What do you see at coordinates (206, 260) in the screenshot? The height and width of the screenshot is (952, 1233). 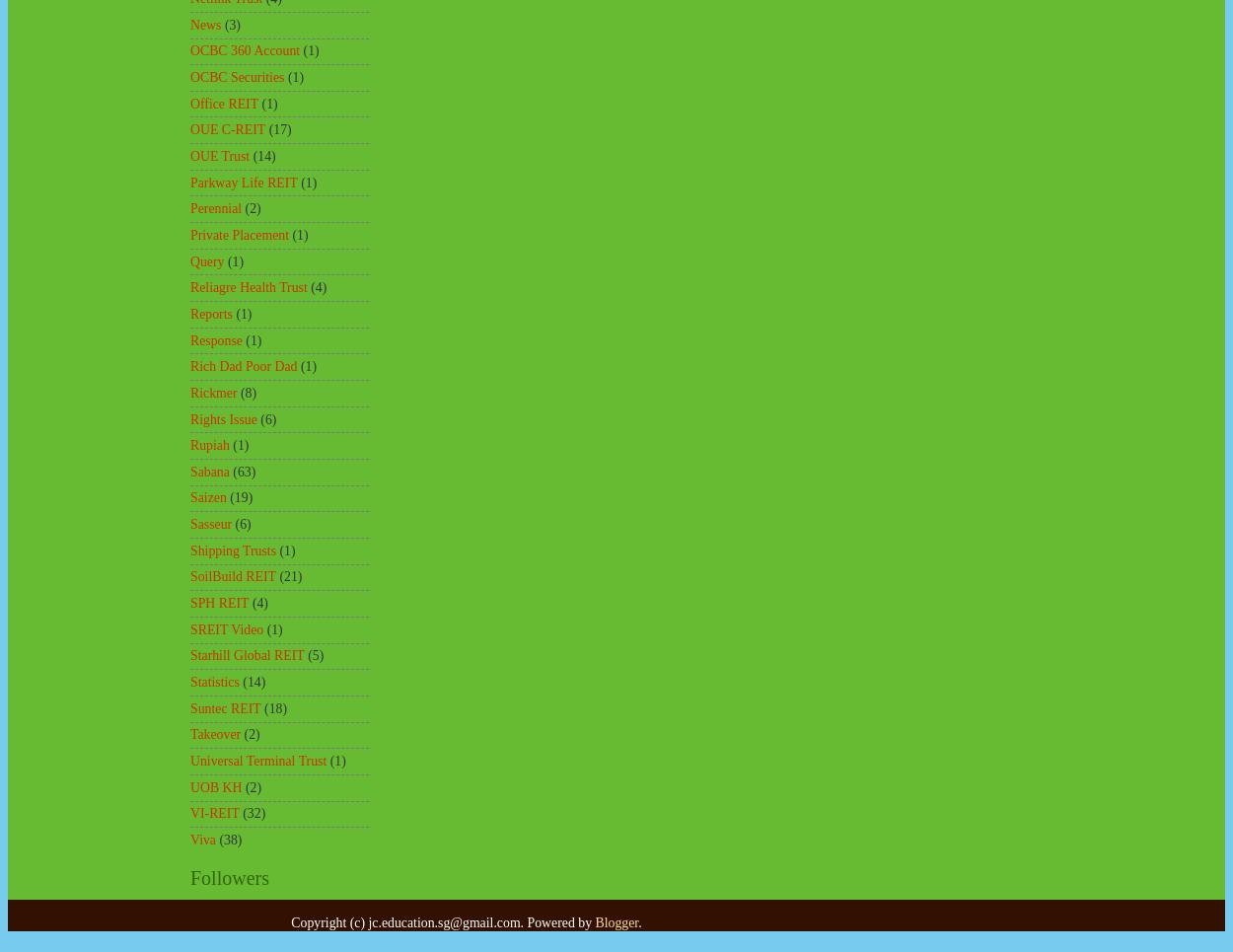 I see `'Query'` at bounding box center [206, 260].